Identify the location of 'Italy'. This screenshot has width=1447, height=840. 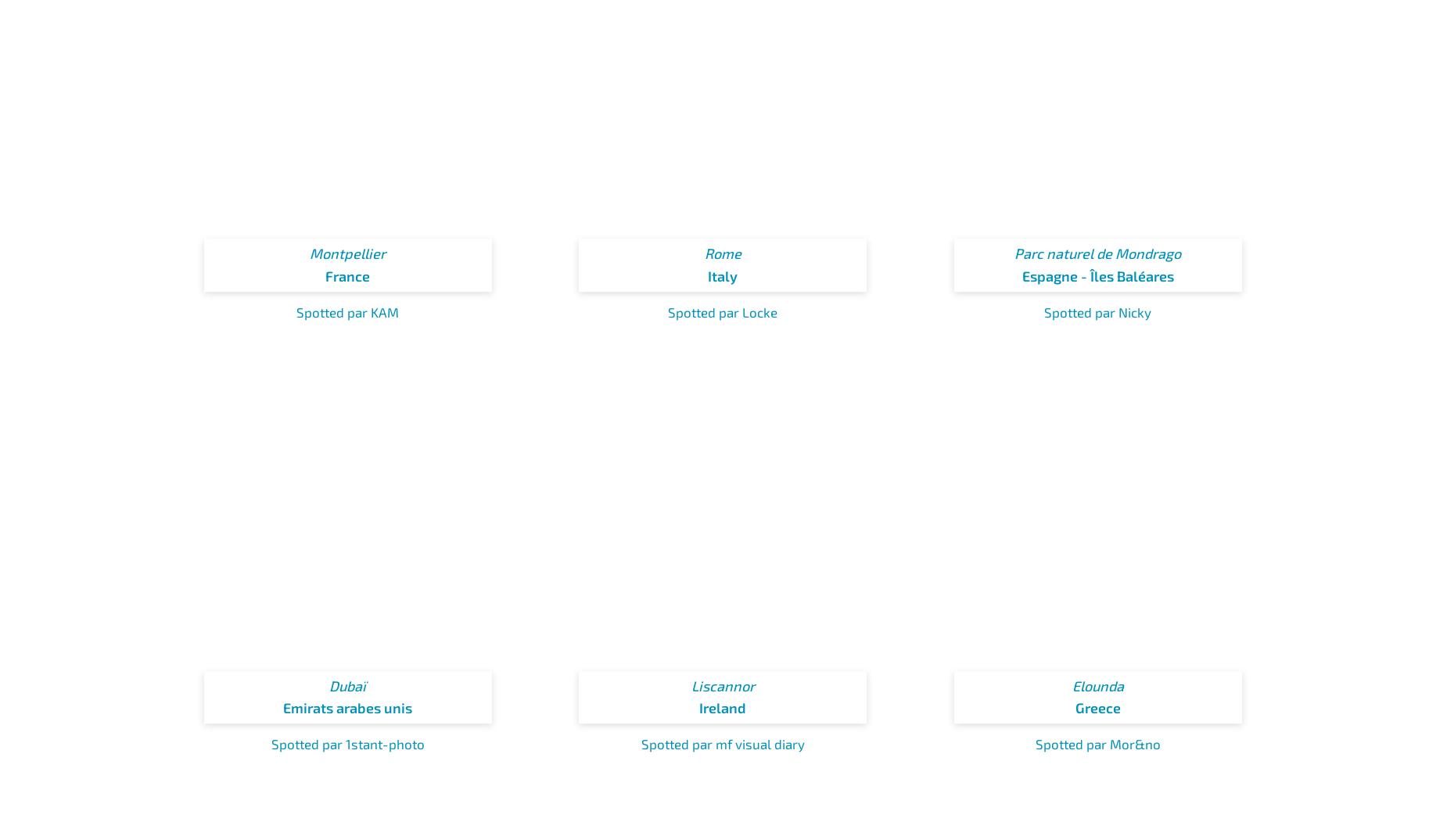
(708, 274).